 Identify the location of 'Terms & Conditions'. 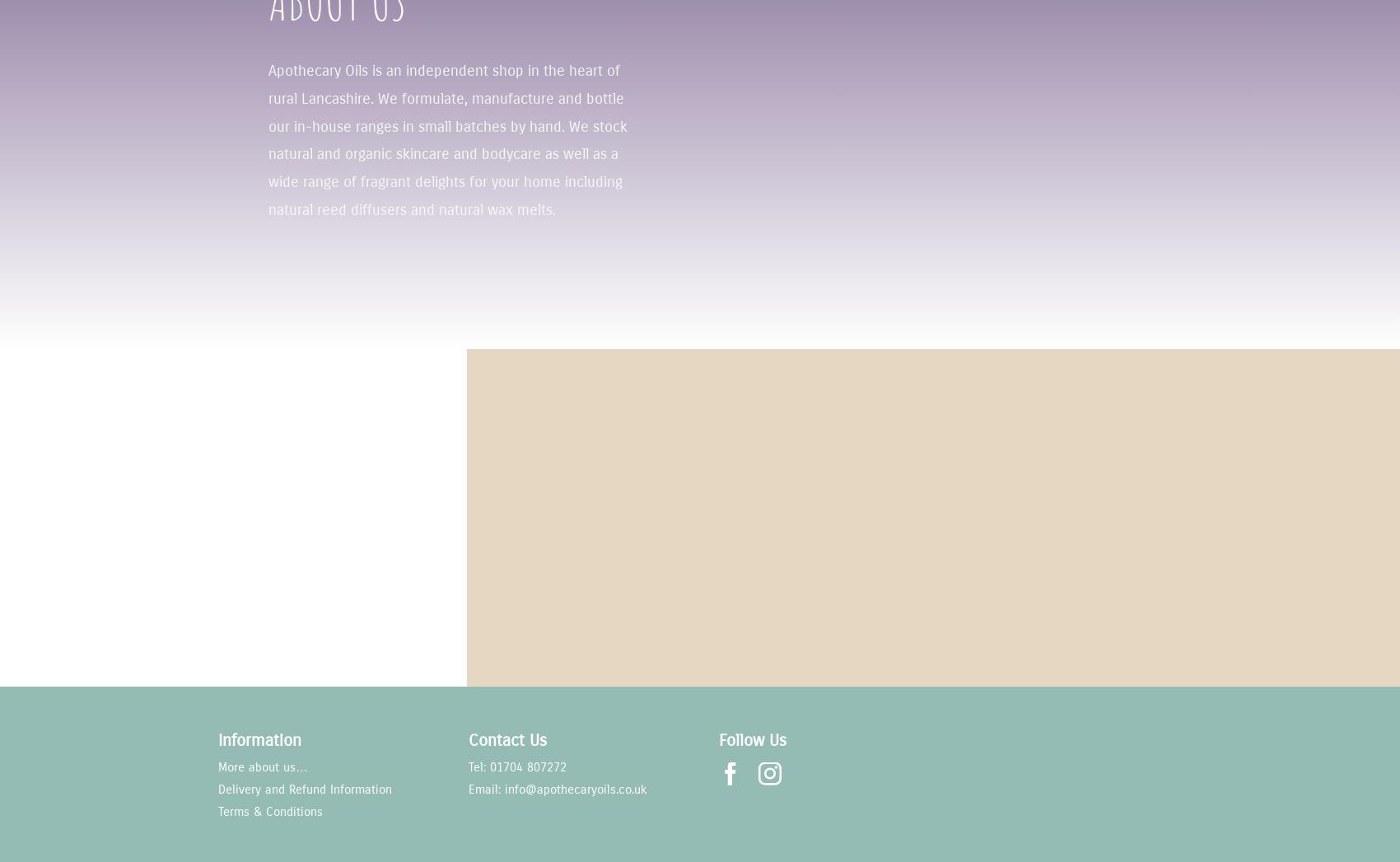
(268, 810).